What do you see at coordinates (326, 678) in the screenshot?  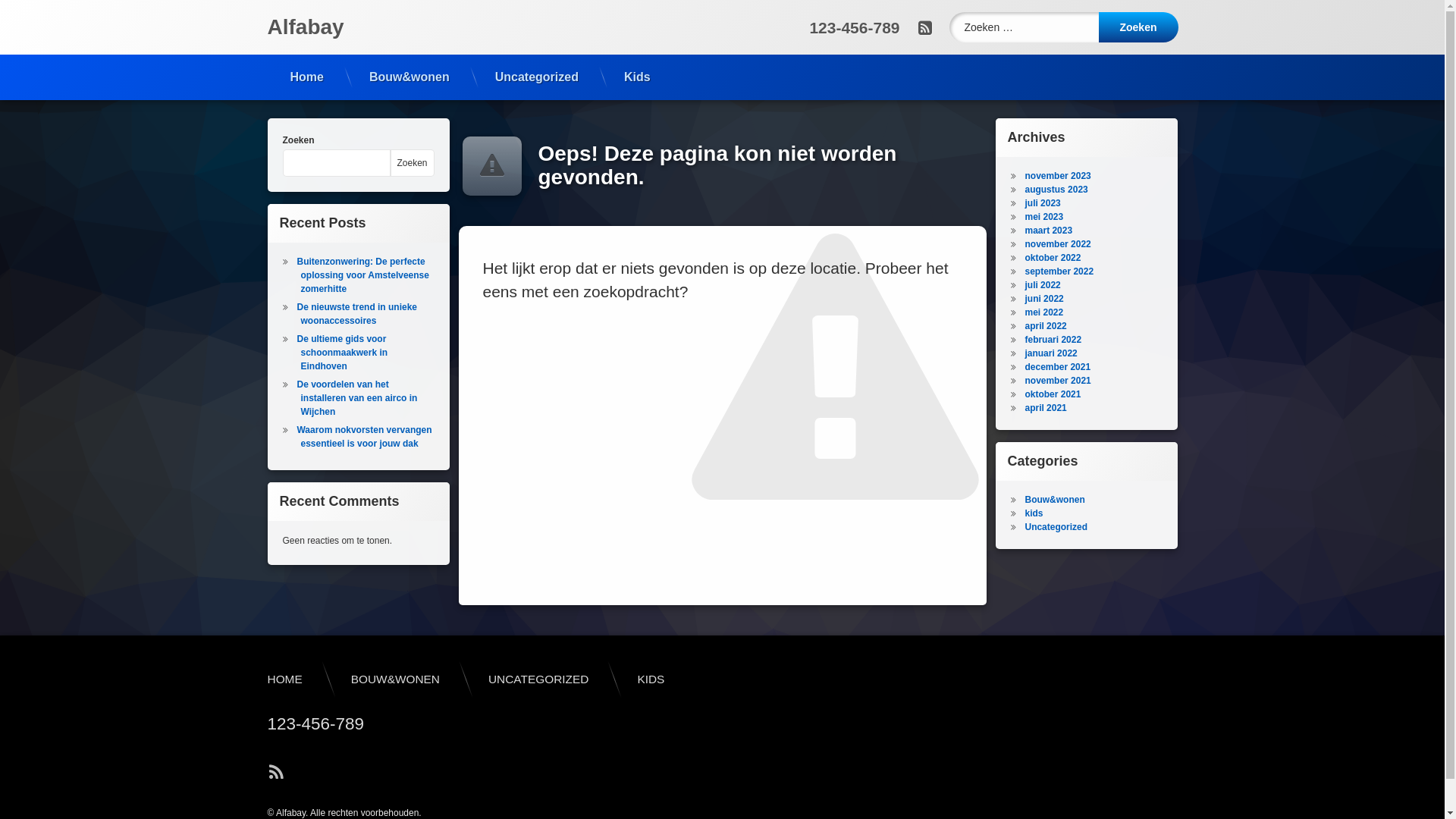 I see `'BOUW&WONEN'` at bounding box center [326, 678].